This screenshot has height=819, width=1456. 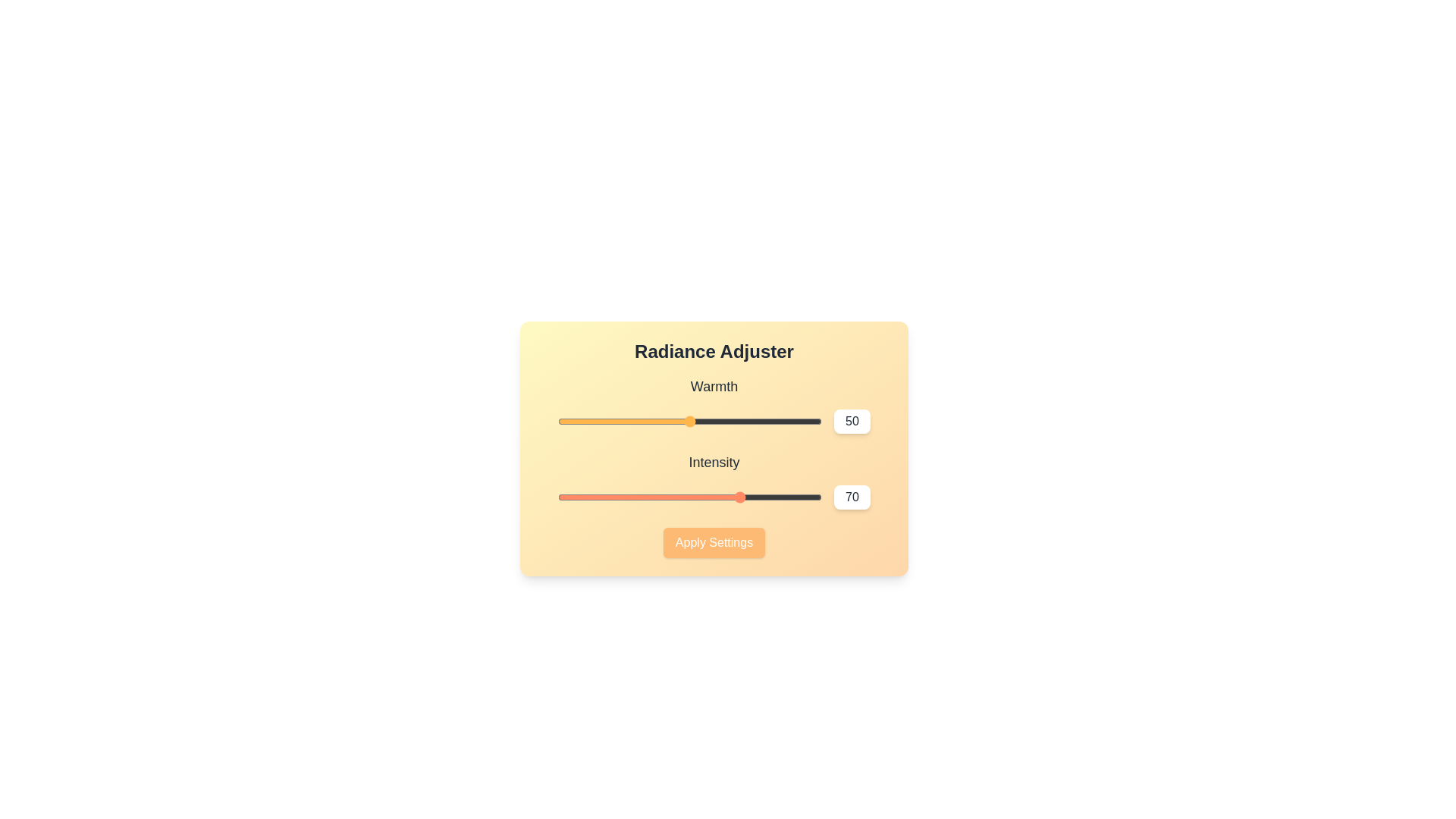 I want to click on the 'Warmth' slider to 15, so click(x=597, y=421).